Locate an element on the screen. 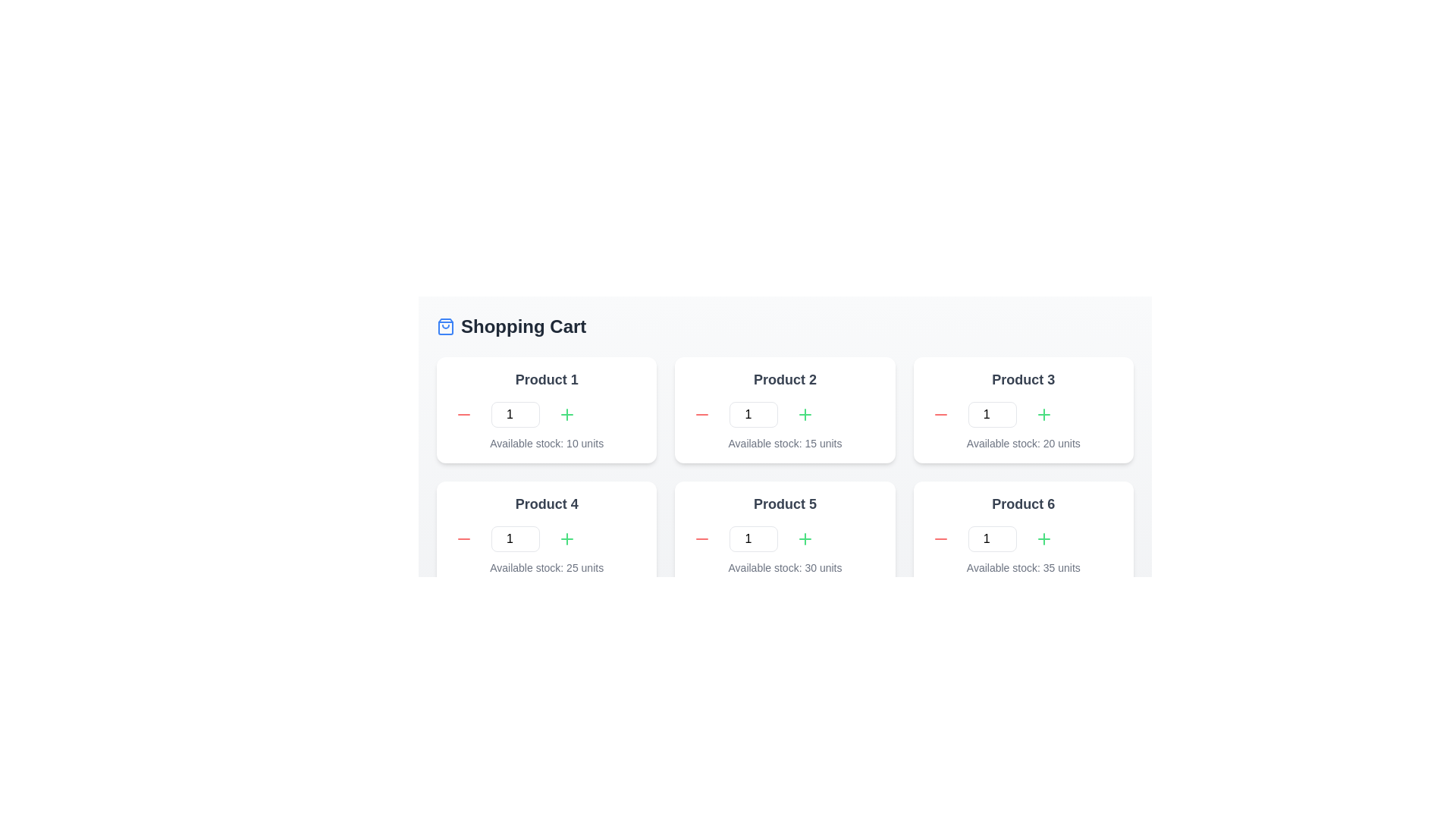 The image size is (1456, 819). the green plus icon button located inside the 'Product 3' box in the top-right corner of the grid layout is located at coordinates (1043, 415).